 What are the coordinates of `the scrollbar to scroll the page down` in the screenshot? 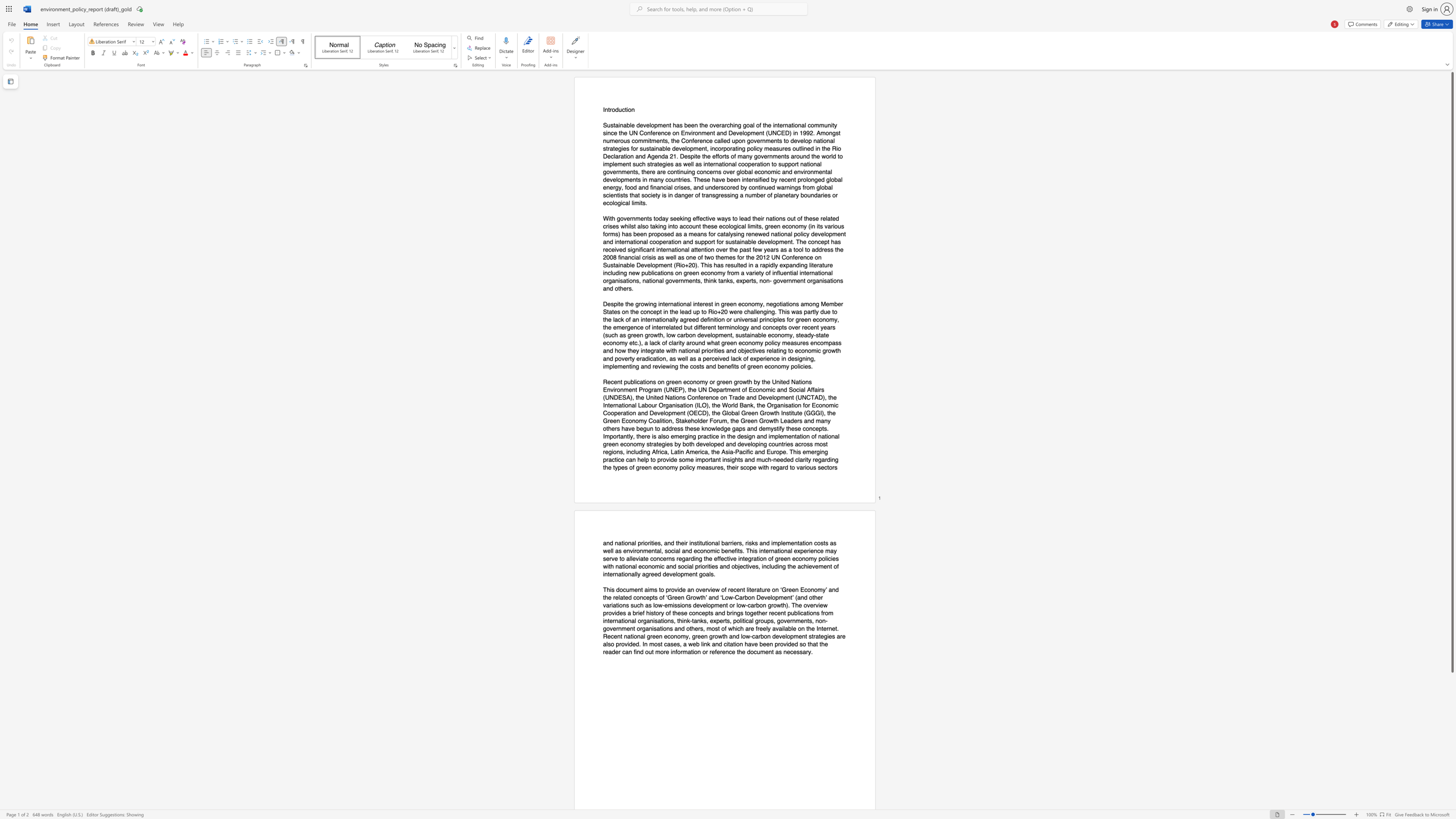 It's located at (1451, 697).